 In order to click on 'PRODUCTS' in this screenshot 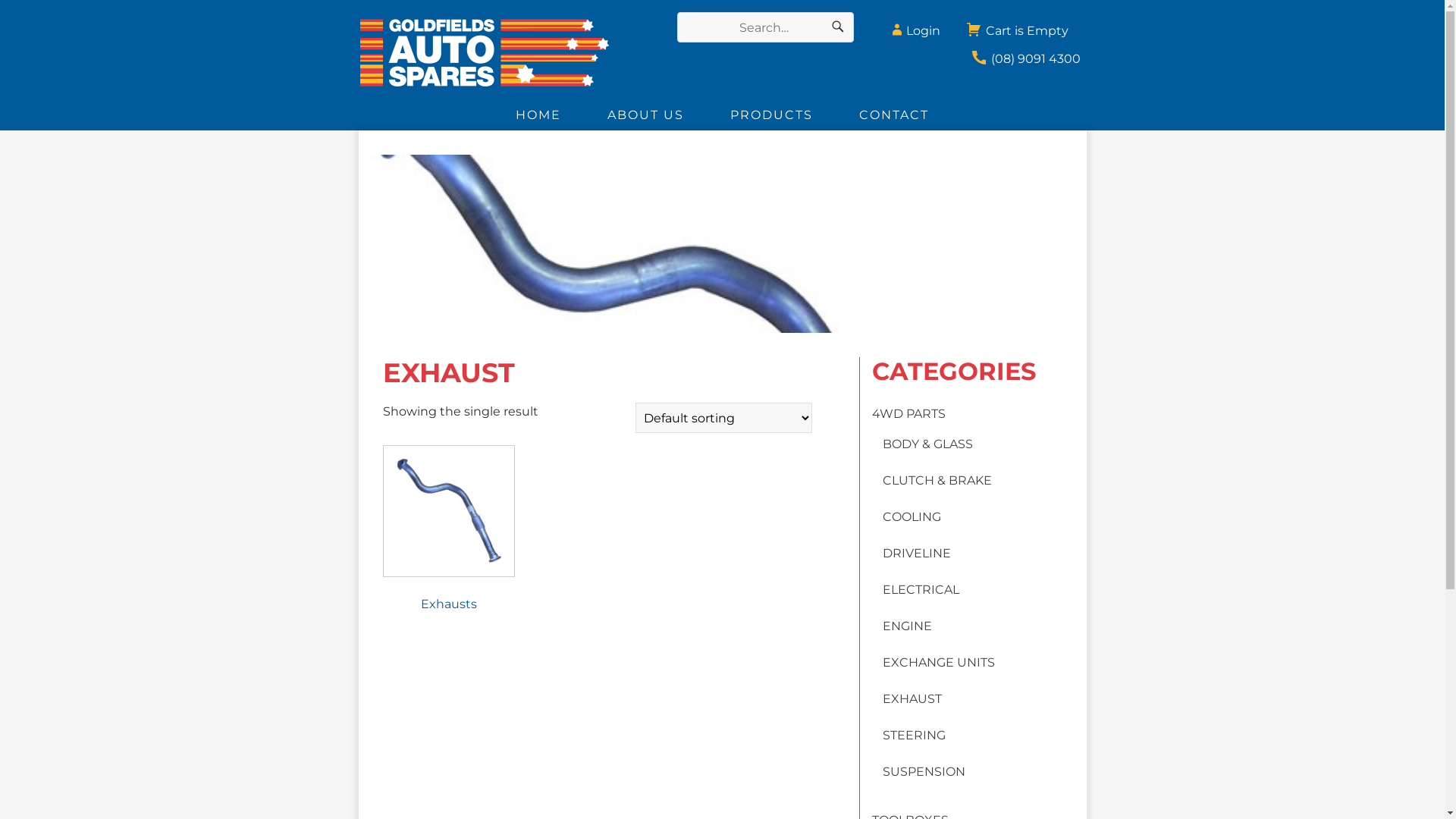, I will do `click(771, 114)`.